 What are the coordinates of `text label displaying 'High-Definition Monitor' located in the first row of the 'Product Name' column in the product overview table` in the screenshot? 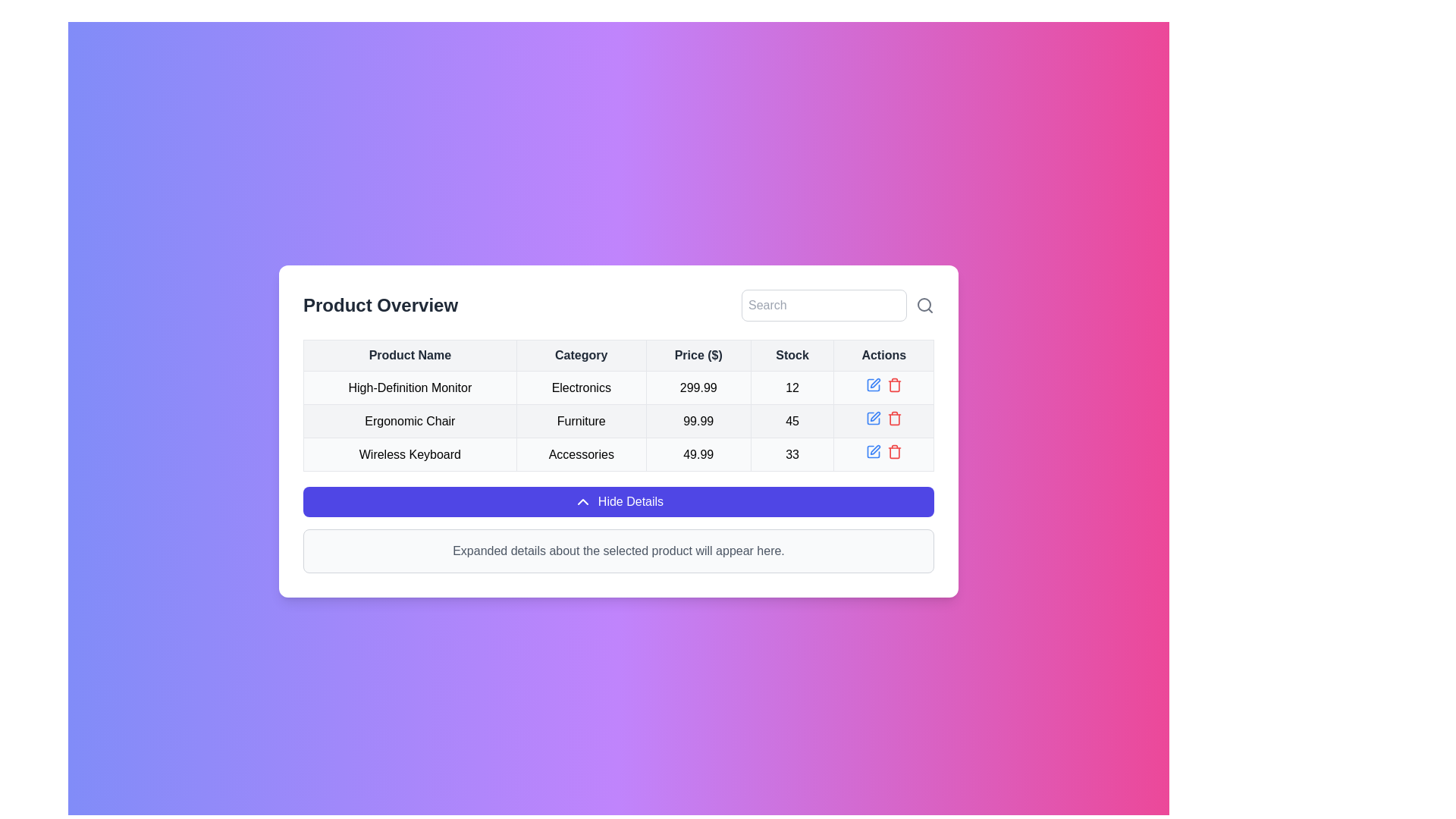 It's located at (409, 387).